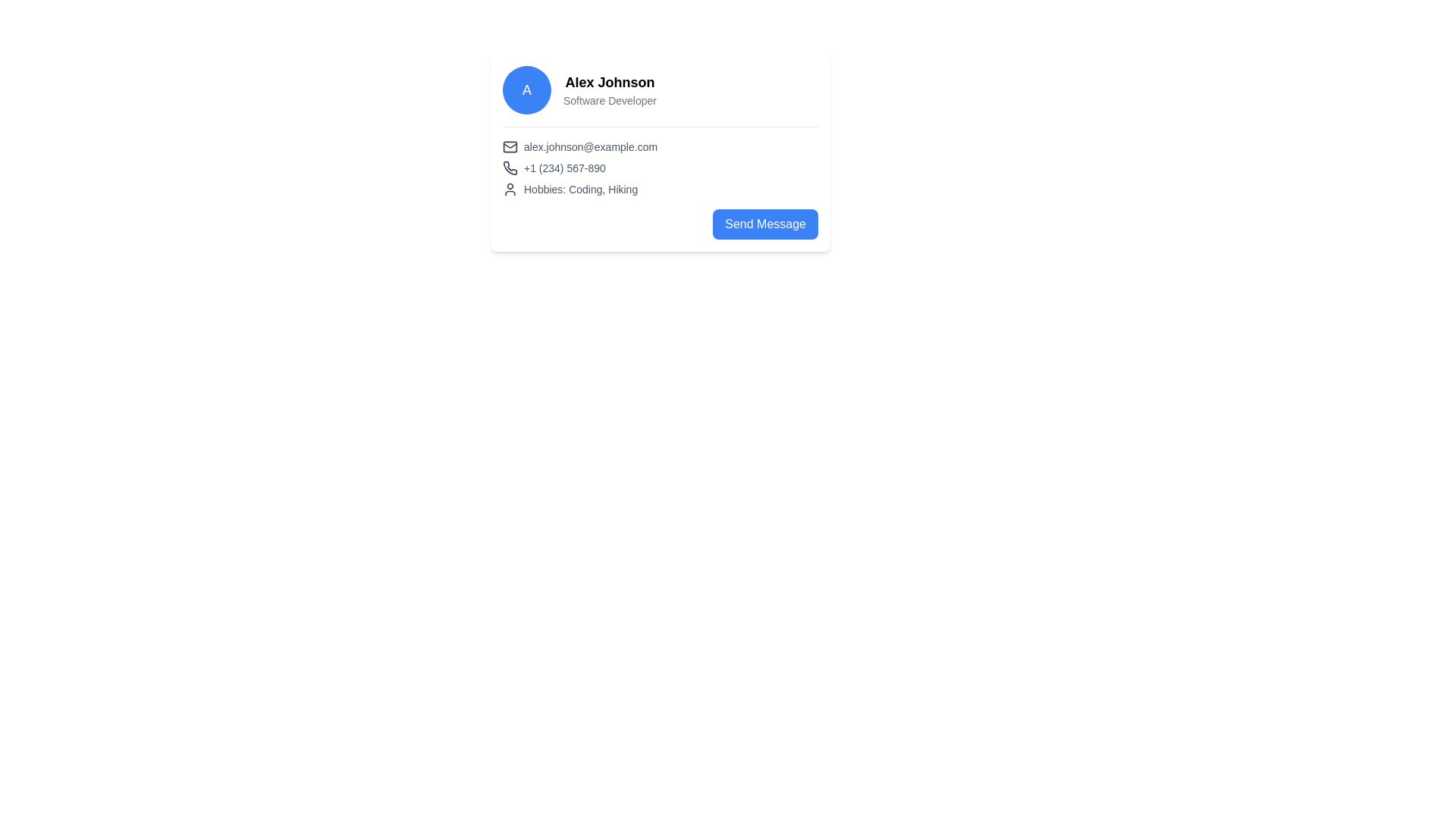 Image resolution: width=1456 pixels, height=819 pixels. What do you see at coordinates (765, 224) in the screenshot?
I see `the 'Send Message' button located at the bottom right of the user profile card` at bounding box center [765, 224].